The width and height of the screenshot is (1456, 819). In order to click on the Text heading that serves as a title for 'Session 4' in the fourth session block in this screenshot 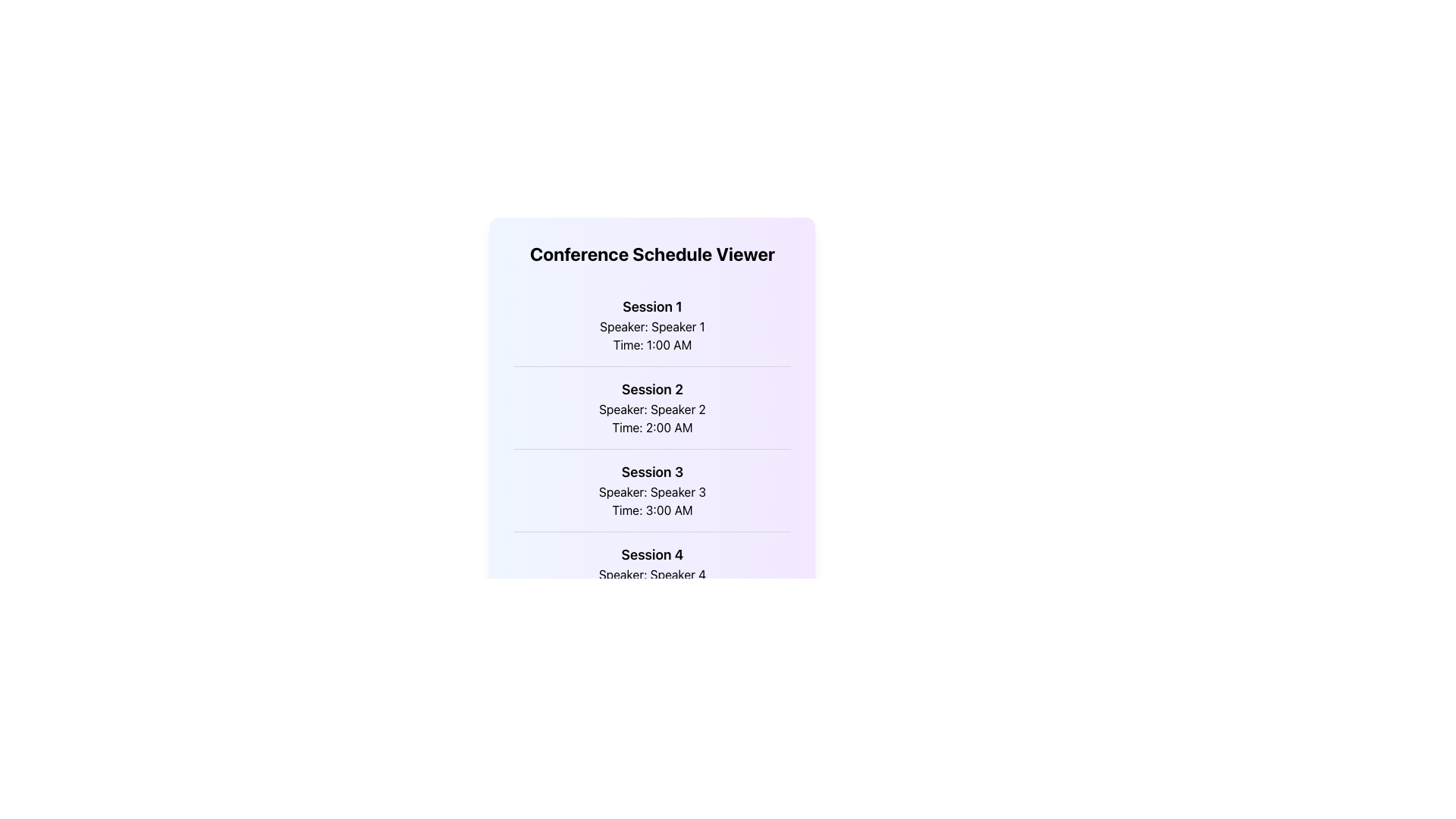, I will do `click(652, 555)`.